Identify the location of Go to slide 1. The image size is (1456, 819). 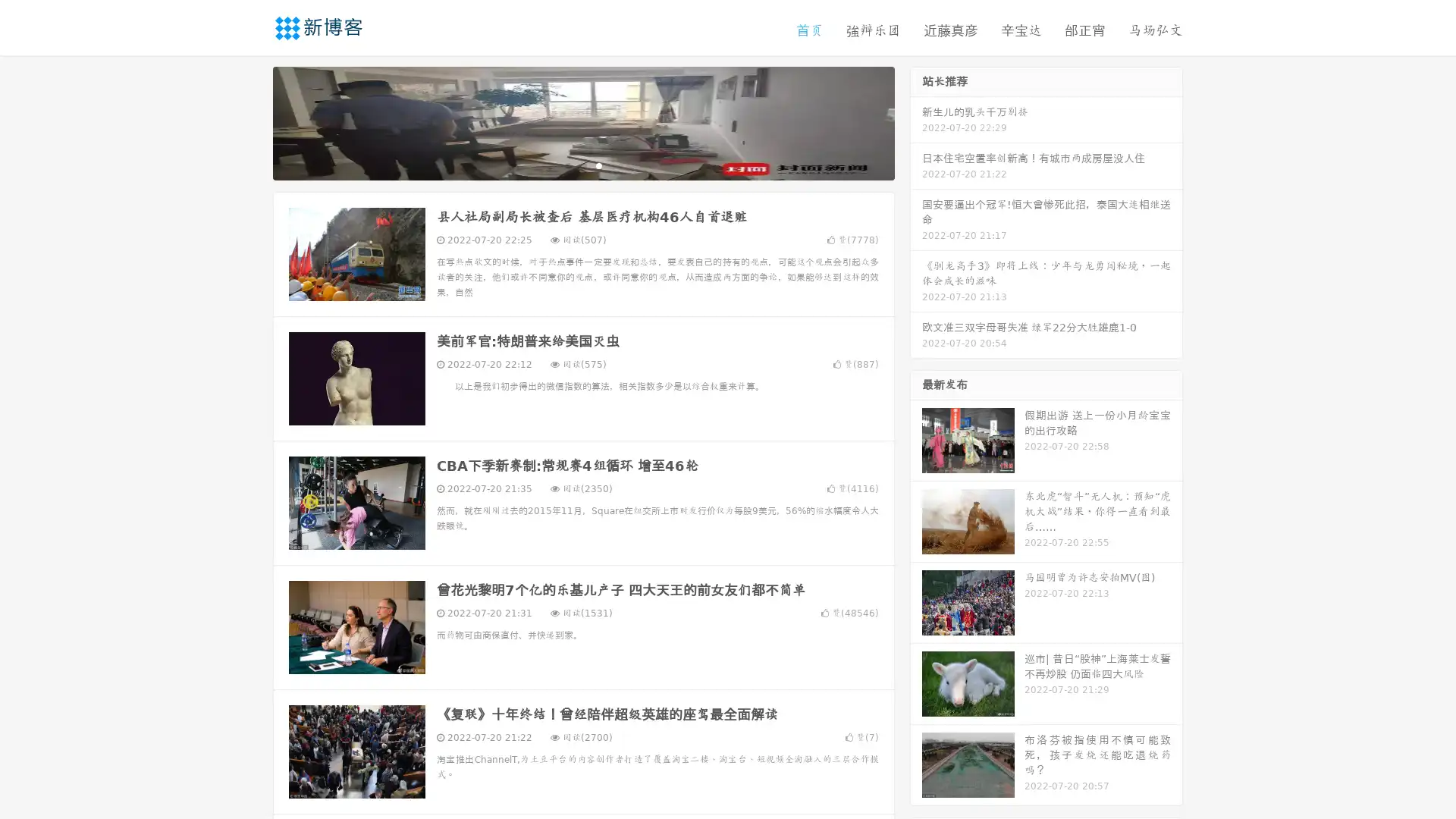
(567, 171).